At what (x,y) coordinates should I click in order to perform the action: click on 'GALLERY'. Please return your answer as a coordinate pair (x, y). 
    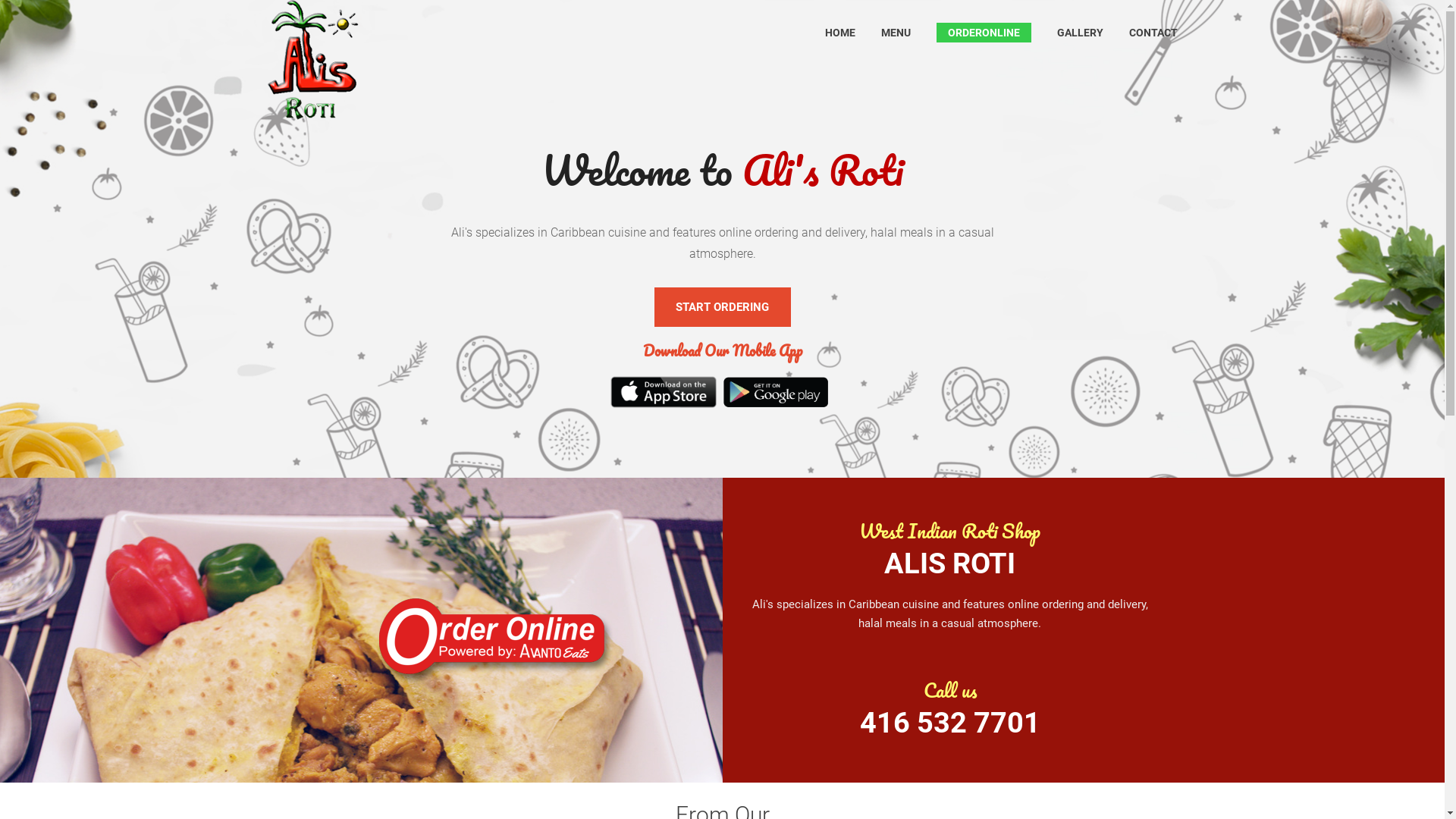
    Looking at the image, I should click on (1079, 32).